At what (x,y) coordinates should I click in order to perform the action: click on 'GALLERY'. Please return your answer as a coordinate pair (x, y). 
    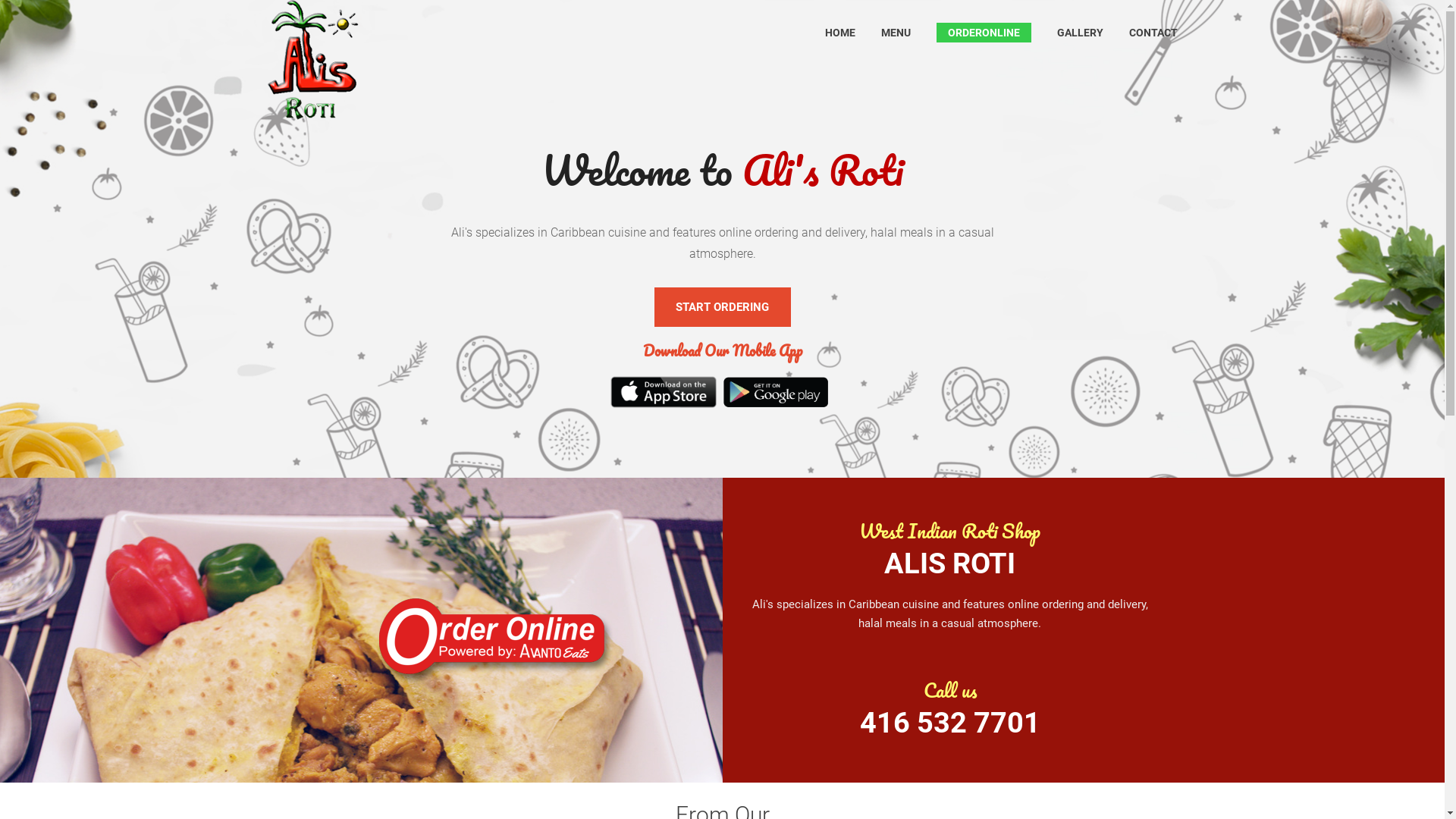
    Looking at the image, I should click on (1079, 32).